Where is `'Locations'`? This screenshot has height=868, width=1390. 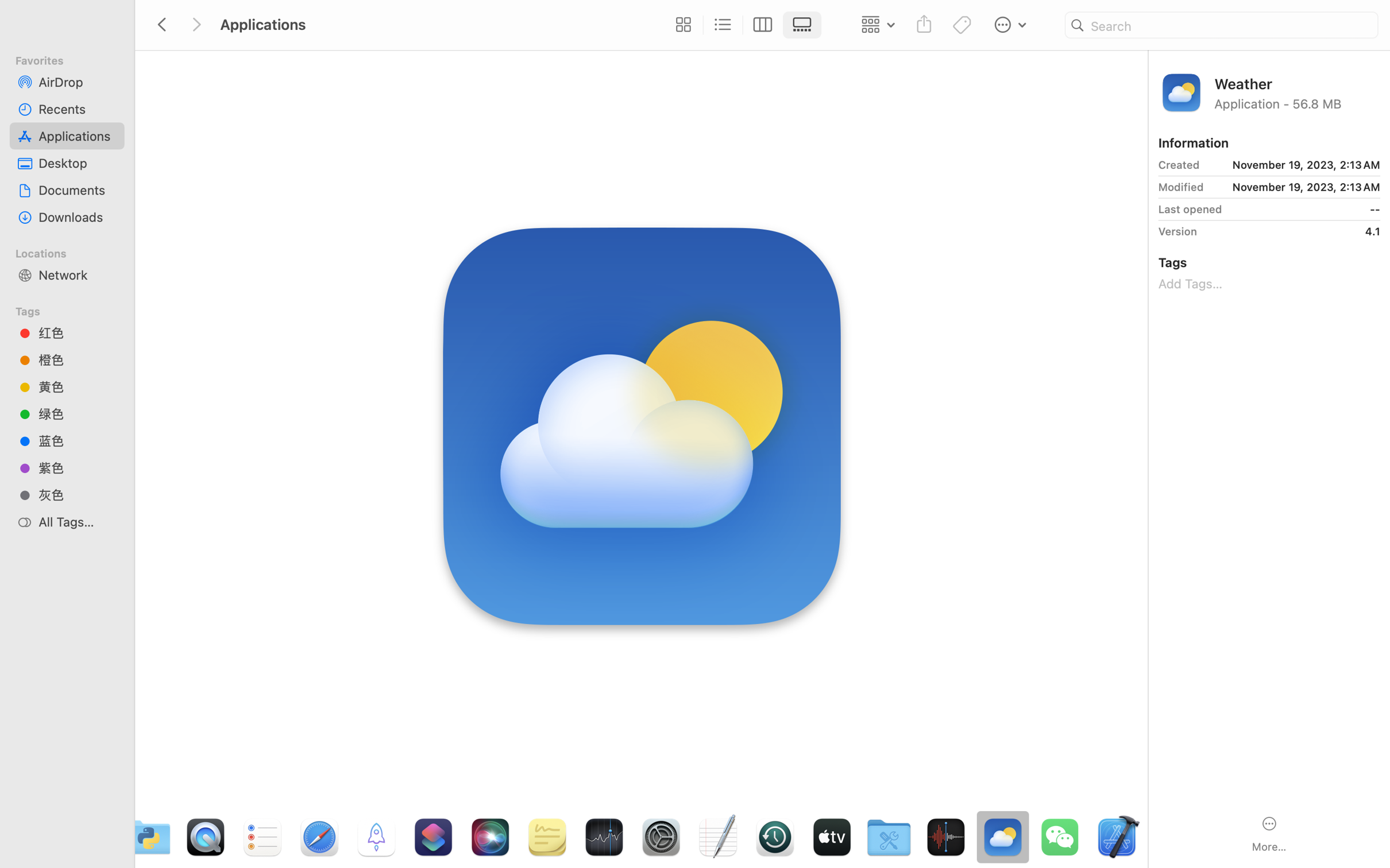 'Locations' is located at coordinates (72, 251).